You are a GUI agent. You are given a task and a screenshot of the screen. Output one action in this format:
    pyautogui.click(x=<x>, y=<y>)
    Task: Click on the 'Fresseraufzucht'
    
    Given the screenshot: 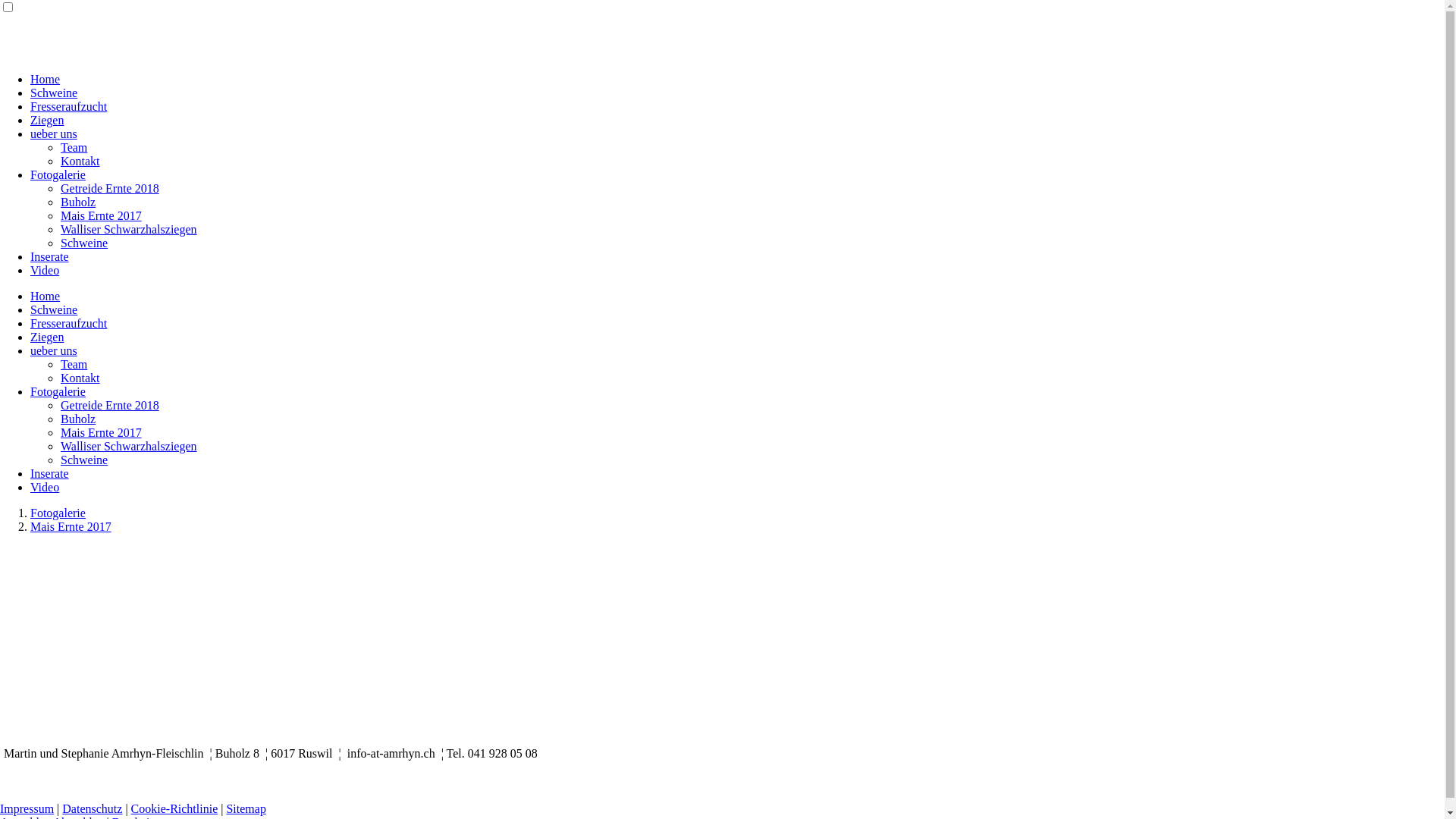 What is the action you would take?
    pyautogui.click(x=67, y=105)
    